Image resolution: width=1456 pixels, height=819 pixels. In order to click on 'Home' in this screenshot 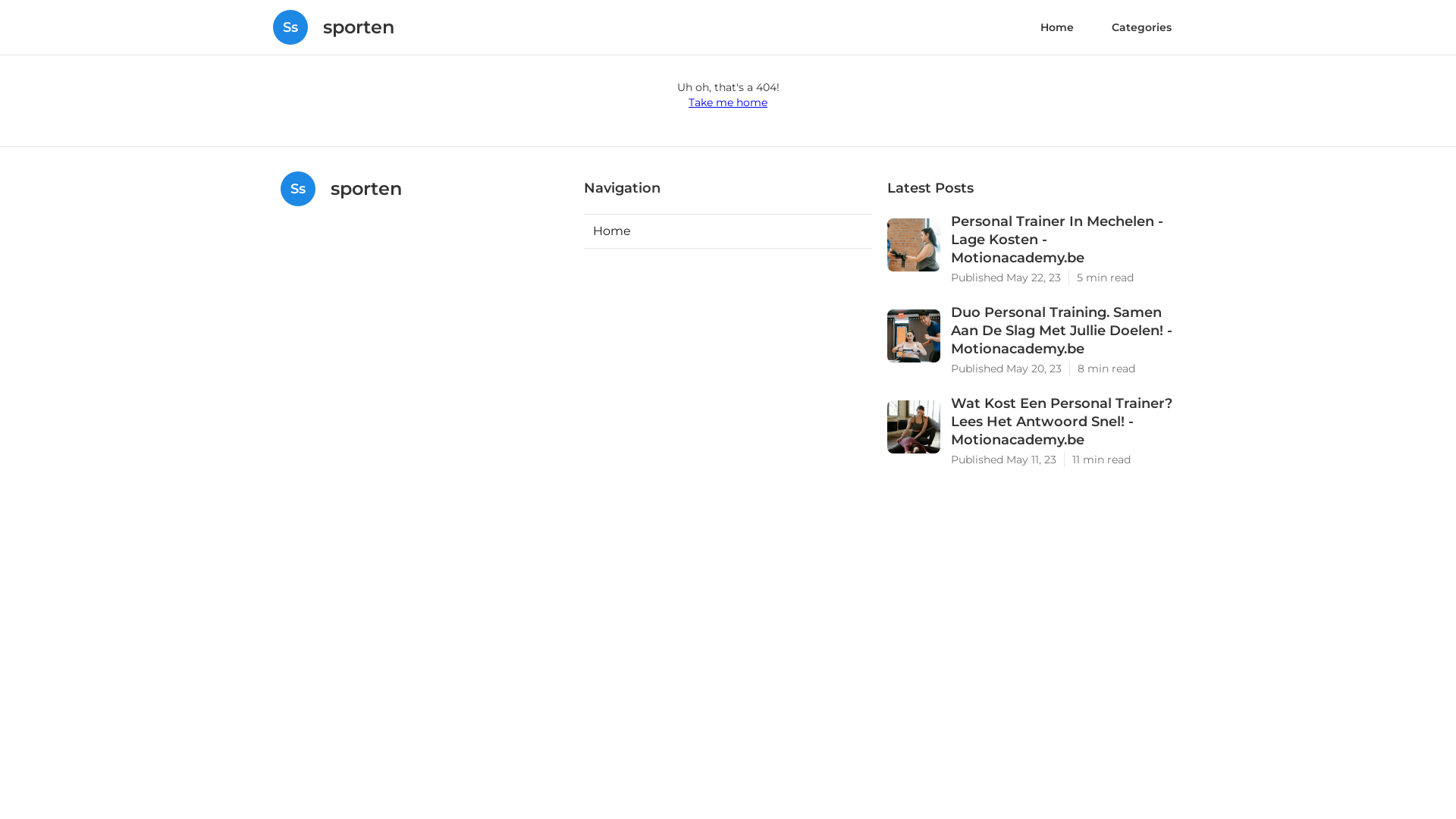, I will do `click(728, 231)`.